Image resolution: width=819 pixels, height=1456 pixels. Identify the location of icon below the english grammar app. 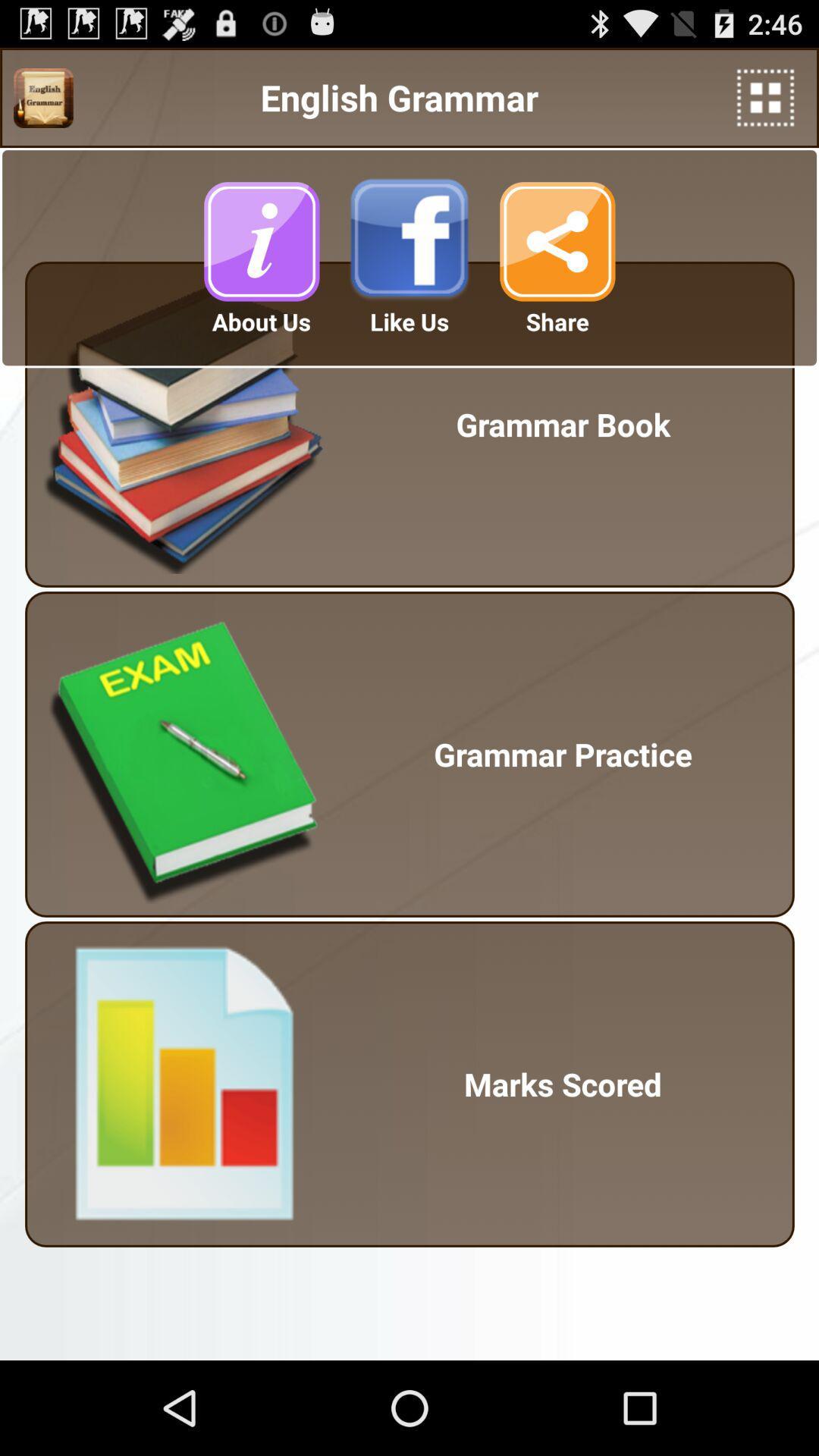
(409, 240).